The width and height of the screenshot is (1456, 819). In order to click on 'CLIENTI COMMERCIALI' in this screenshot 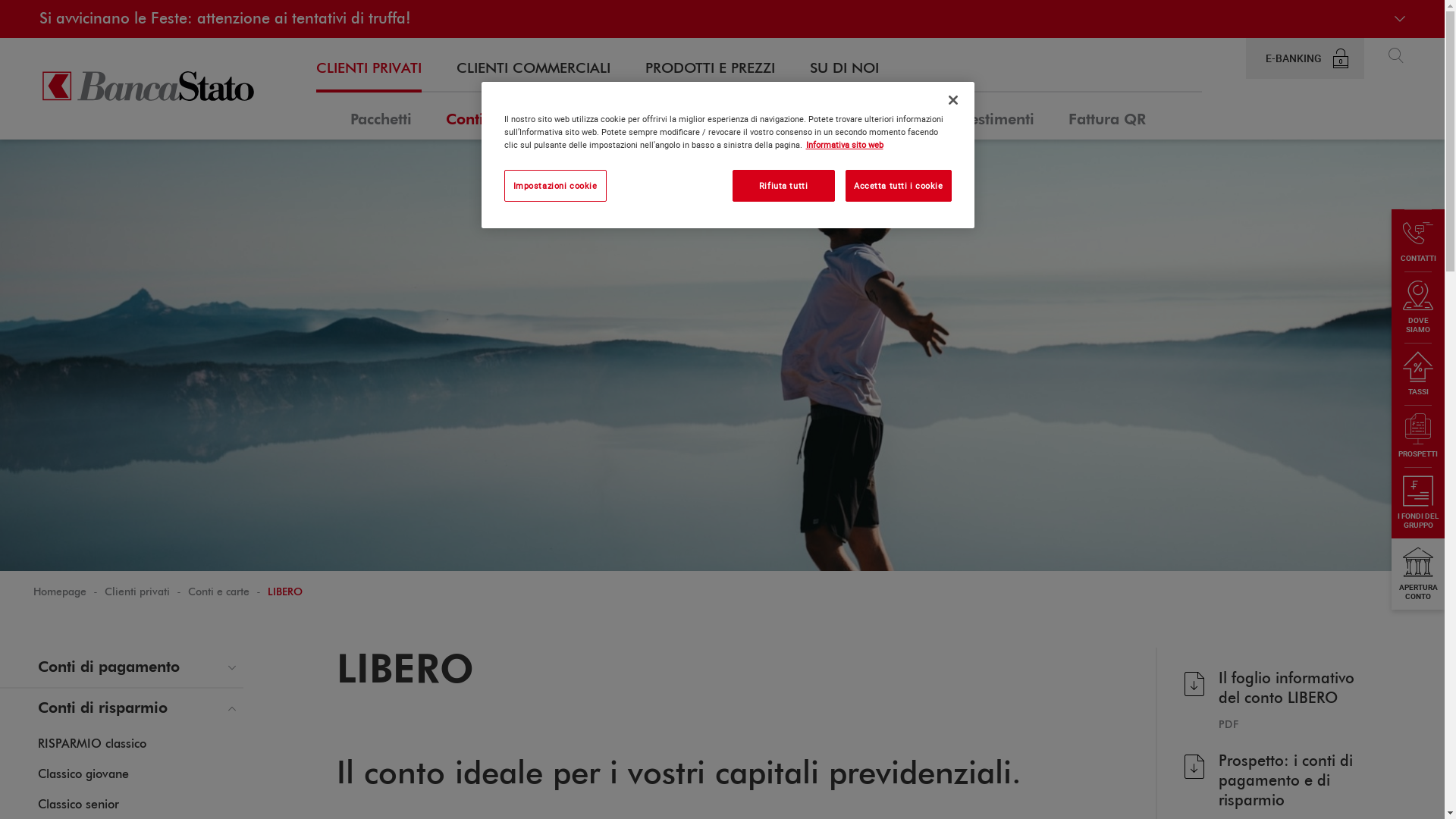, I will do `click(533, 69)`.